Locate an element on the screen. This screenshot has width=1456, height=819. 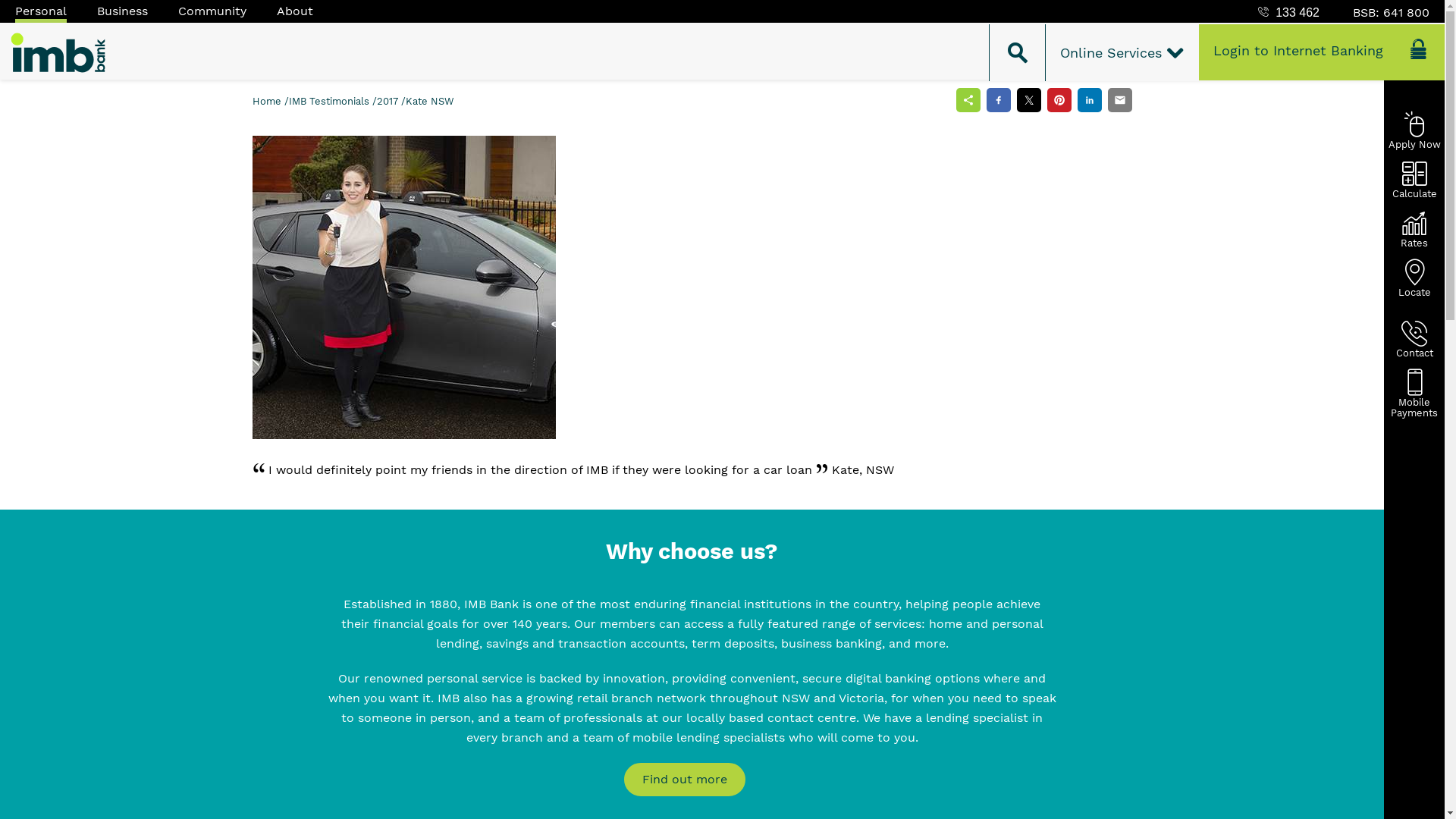
'Rates' is located at coordinates (1414, 228).